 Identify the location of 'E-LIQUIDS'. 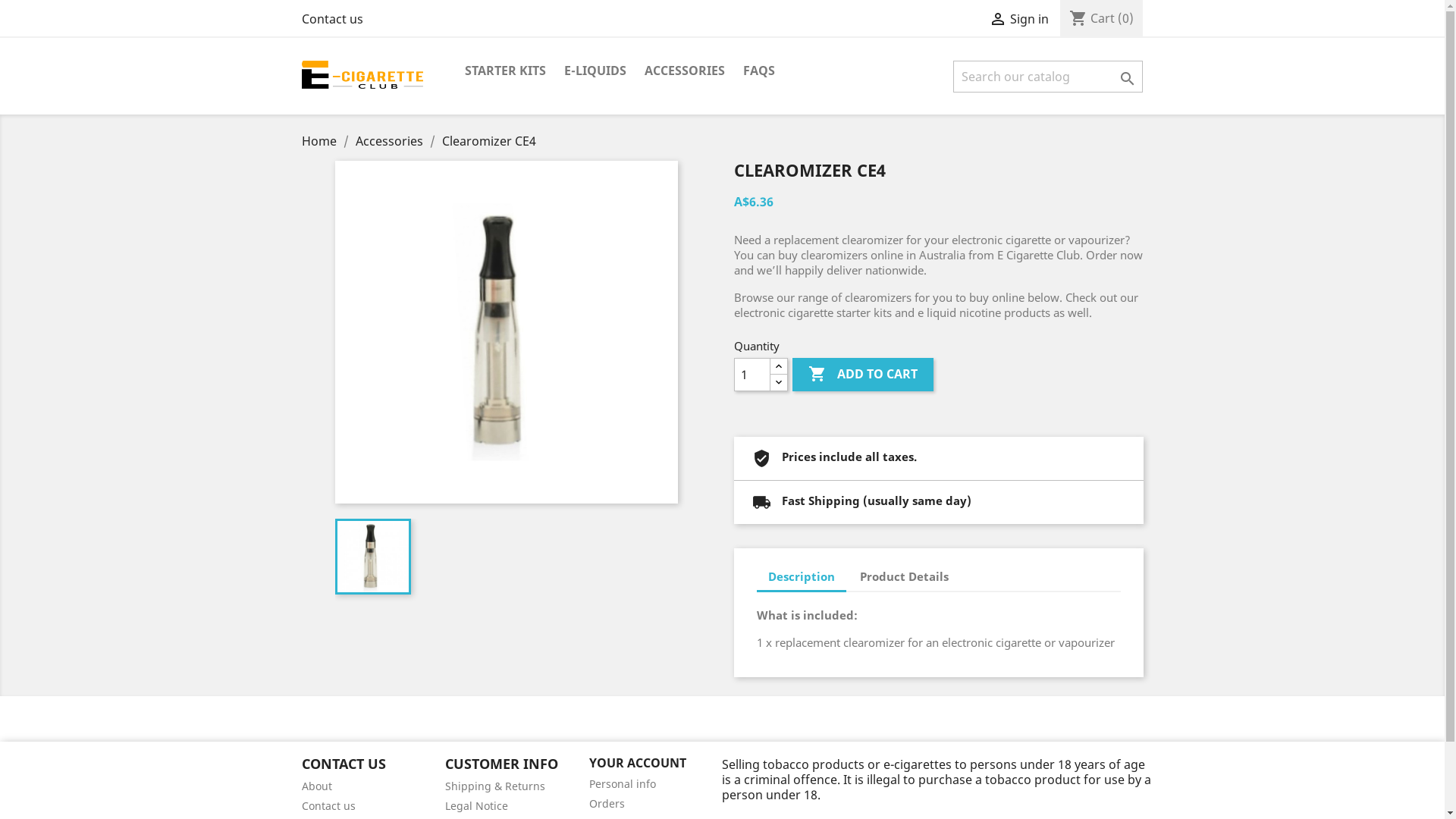
(595, 71).